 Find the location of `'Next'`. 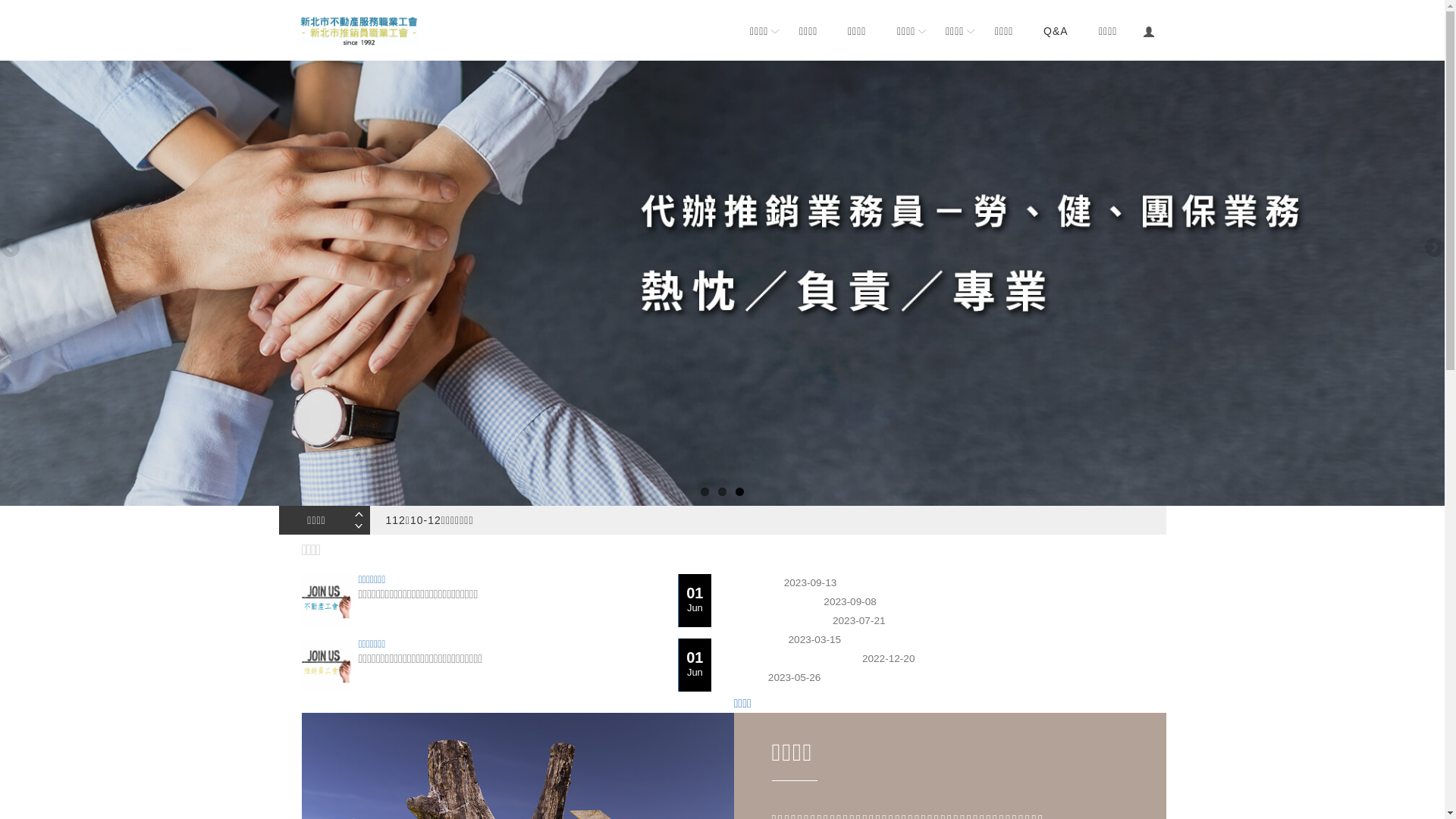

'Next' is located at coordinates (1421, 247).